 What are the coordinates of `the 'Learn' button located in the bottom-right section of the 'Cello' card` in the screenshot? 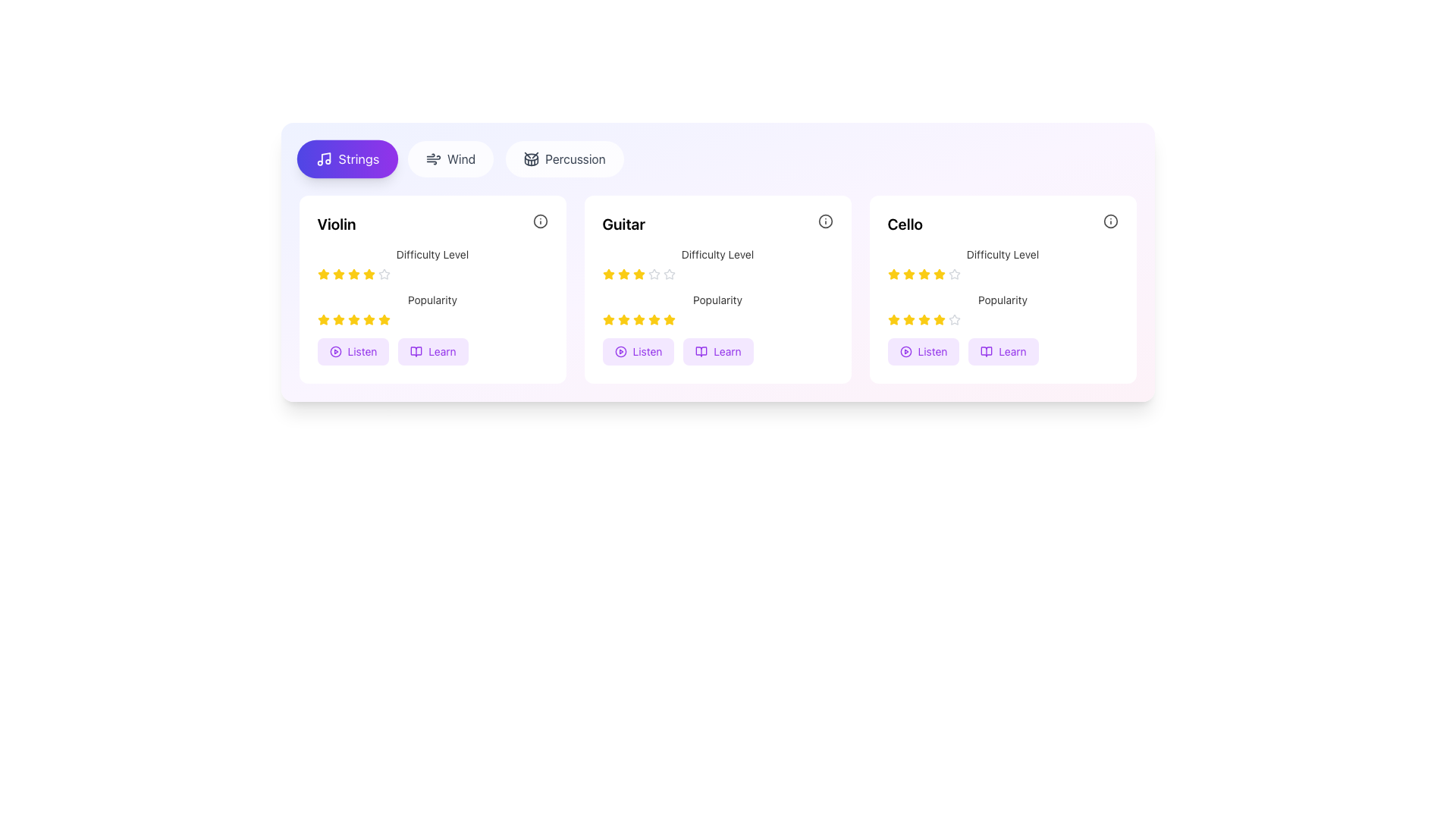 It's located at (1003, 351).